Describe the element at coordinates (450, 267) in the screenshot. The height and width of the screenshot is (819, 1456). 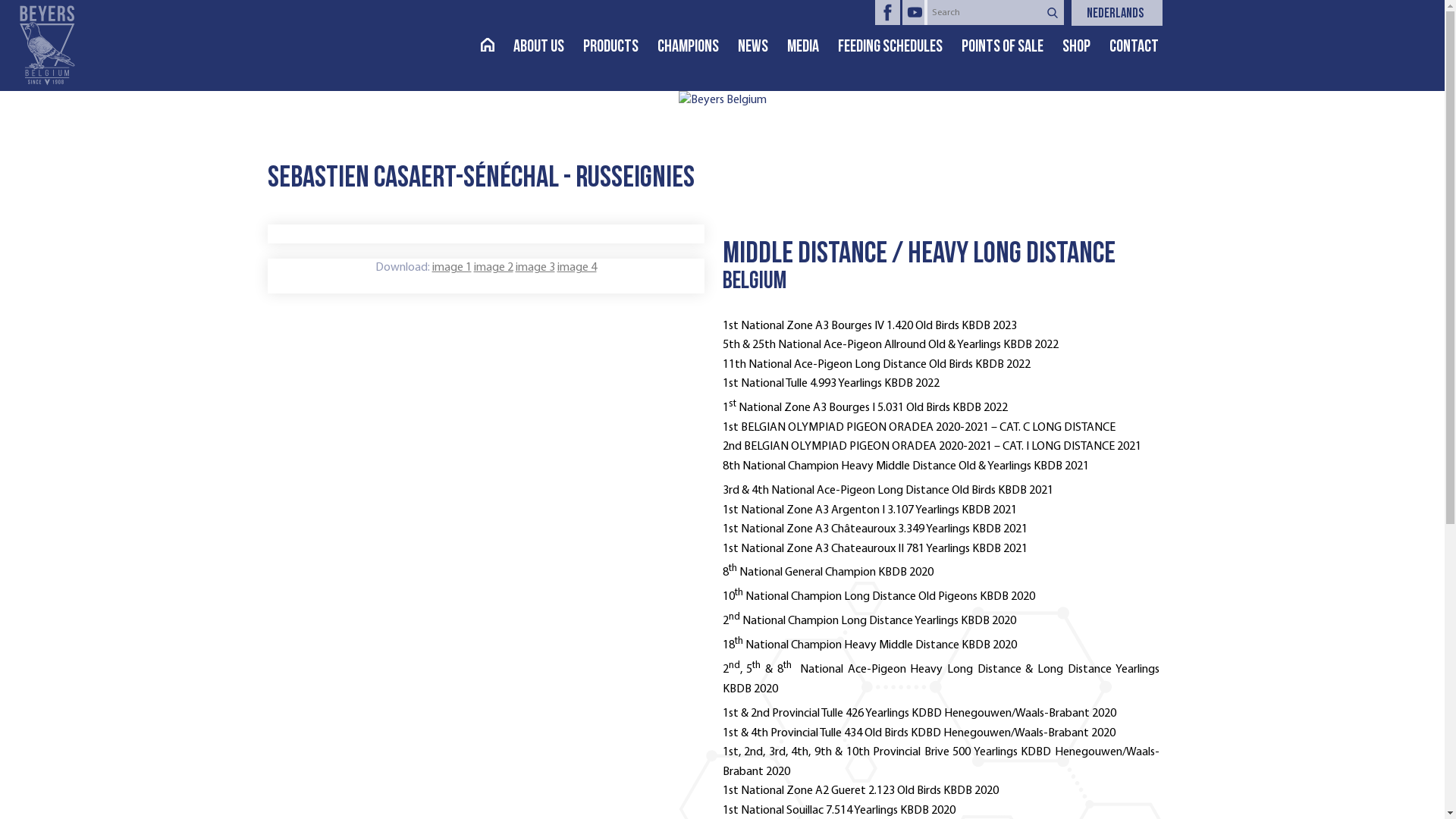
I see `'image 1'` at that location.